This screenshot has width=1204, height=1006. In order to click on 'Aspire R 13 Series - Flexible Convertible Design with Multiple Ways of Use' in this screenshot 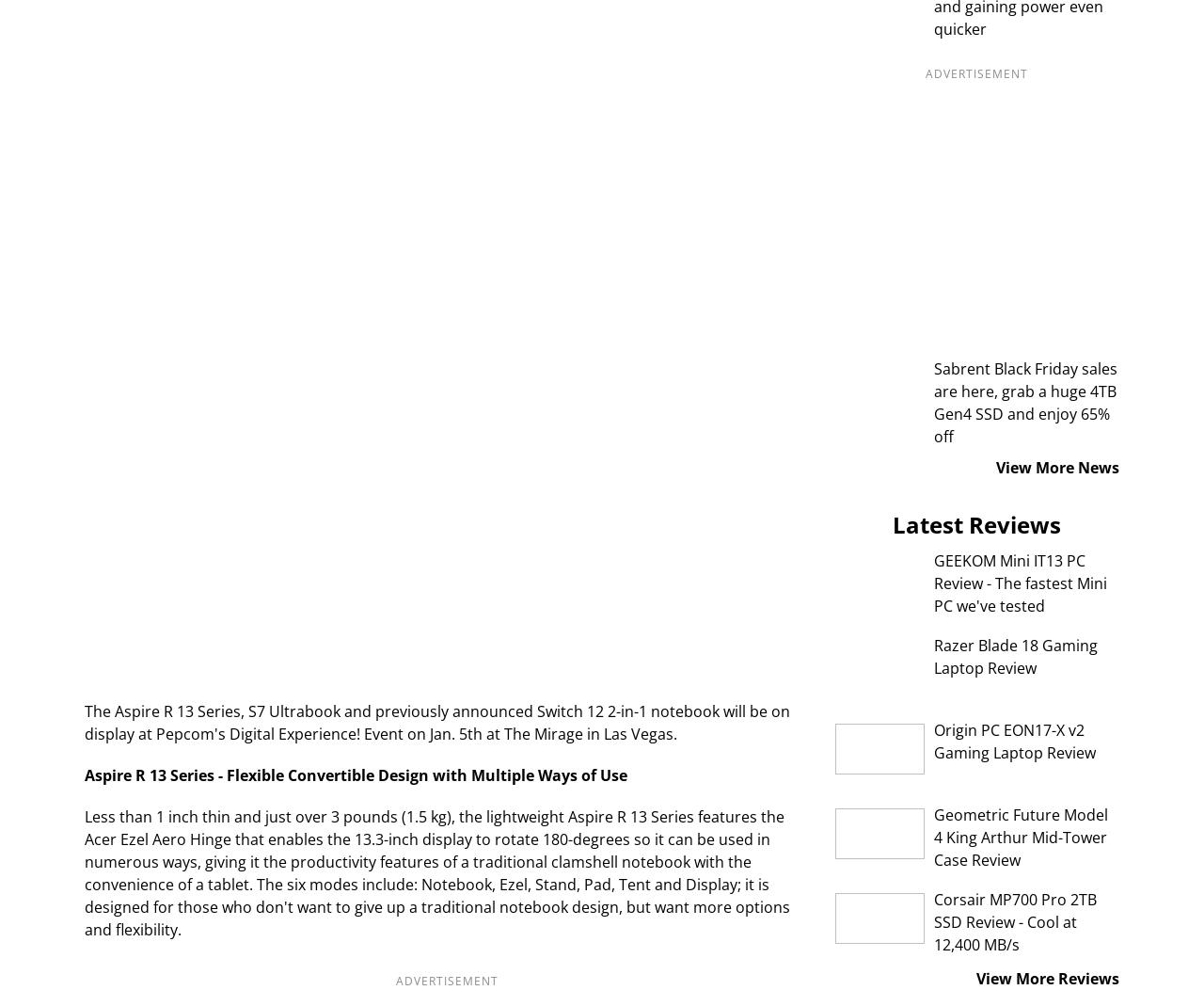, I will do `click(356, 774)`.